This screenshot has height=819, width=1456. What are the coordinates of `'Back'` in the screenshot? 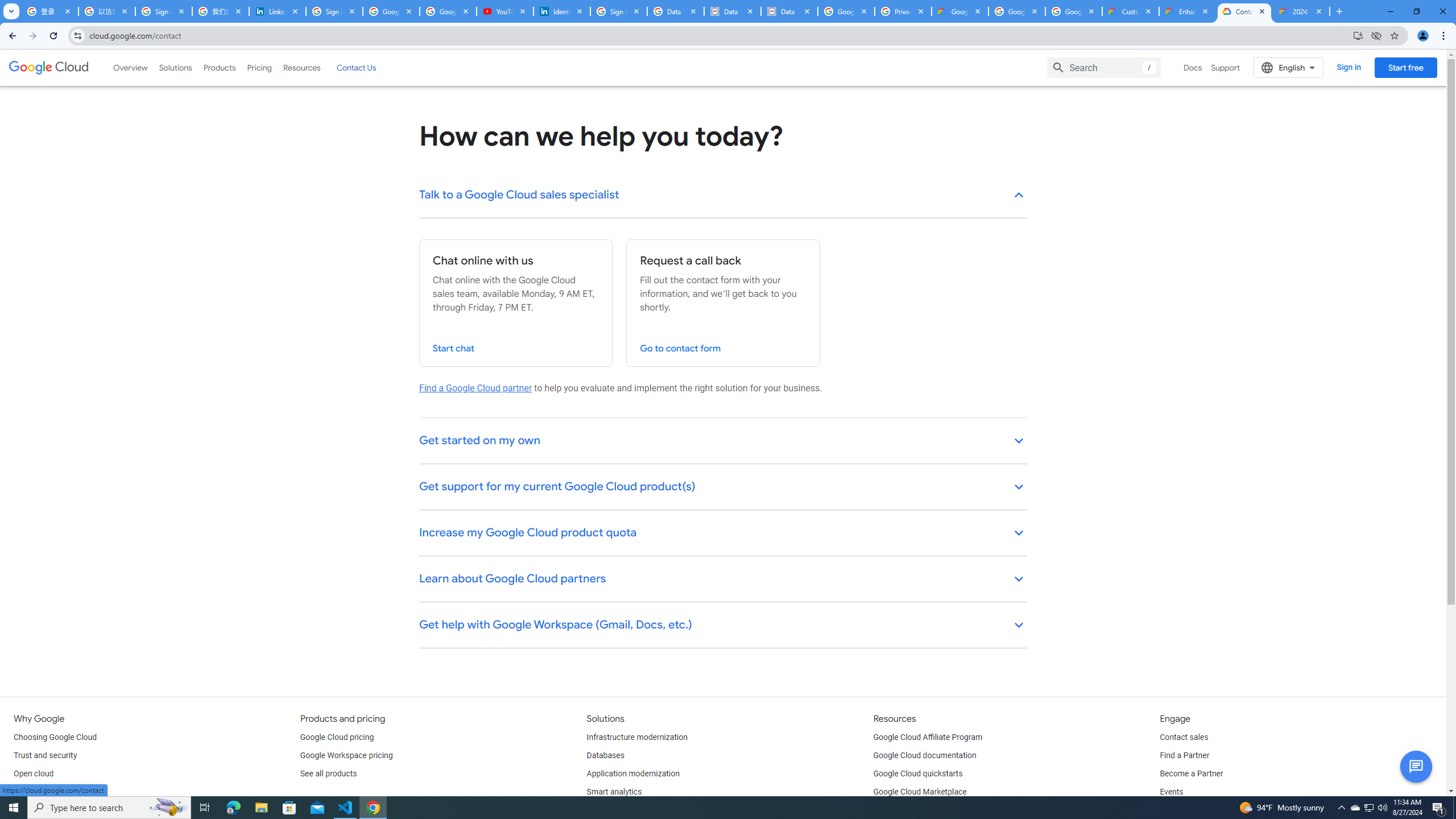 It's located at (11, 35).